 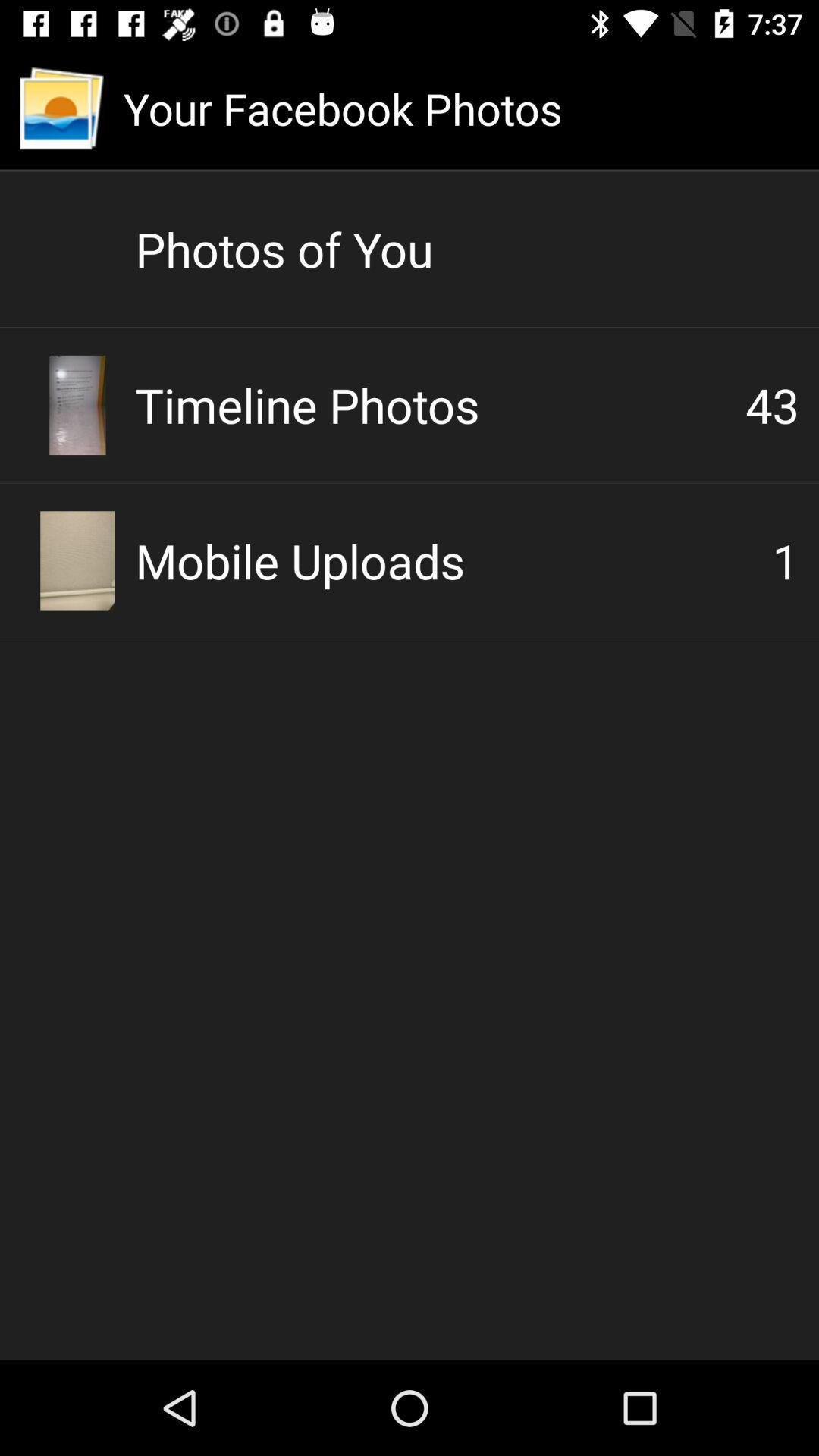 What do you see at coordinates (466, 249) in the screenshot?
I see `photos of you` at bounding box center [466, 249].